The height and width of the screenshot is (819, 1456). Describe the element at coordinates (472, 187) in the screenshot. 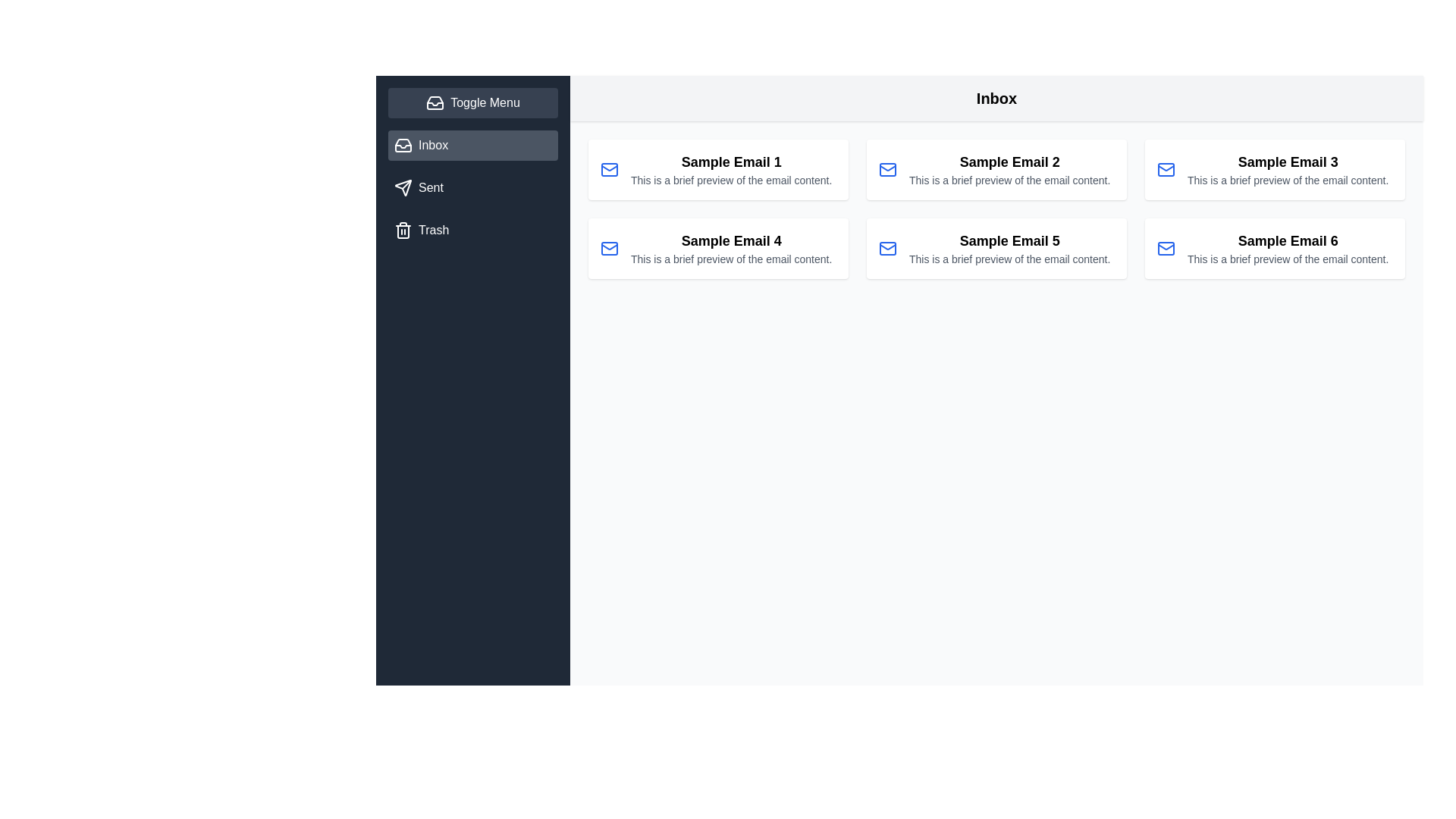

I see `the second button in the vertical stack of three buttons within the sidebar` at that location.